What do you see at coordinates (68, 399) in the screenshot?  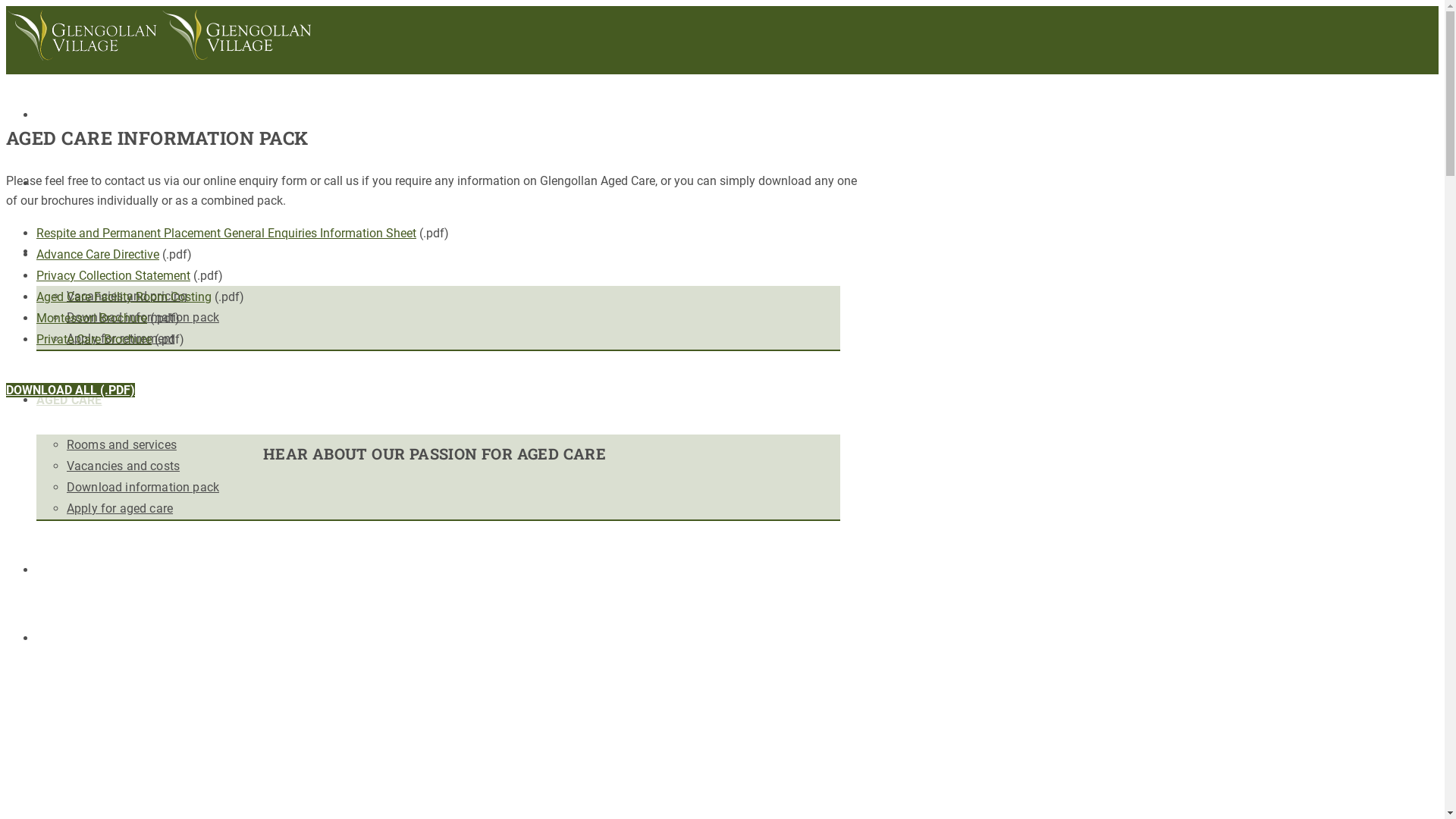 I see `'AGED CARE'` at bounding box center [68, 399].